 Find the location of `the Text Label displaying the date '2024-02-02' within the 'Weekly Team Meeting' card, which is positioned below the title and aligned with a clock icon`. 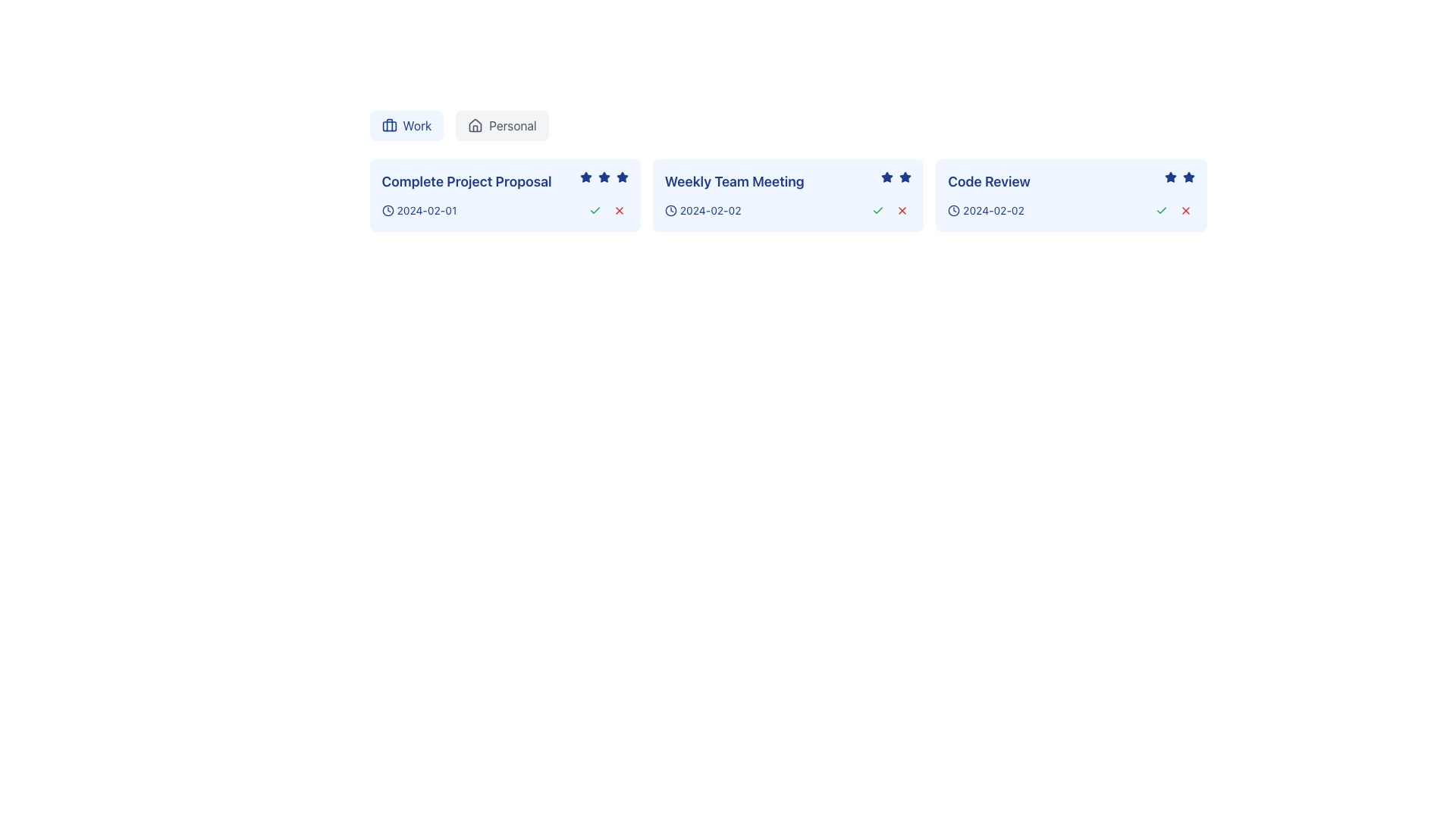

the Text Label displaying the date '2024-02-02' within the 'Weekly Team Meeting' card, which is positioned below the title and aligned with a clock icon is located at coordinates (710, 210).